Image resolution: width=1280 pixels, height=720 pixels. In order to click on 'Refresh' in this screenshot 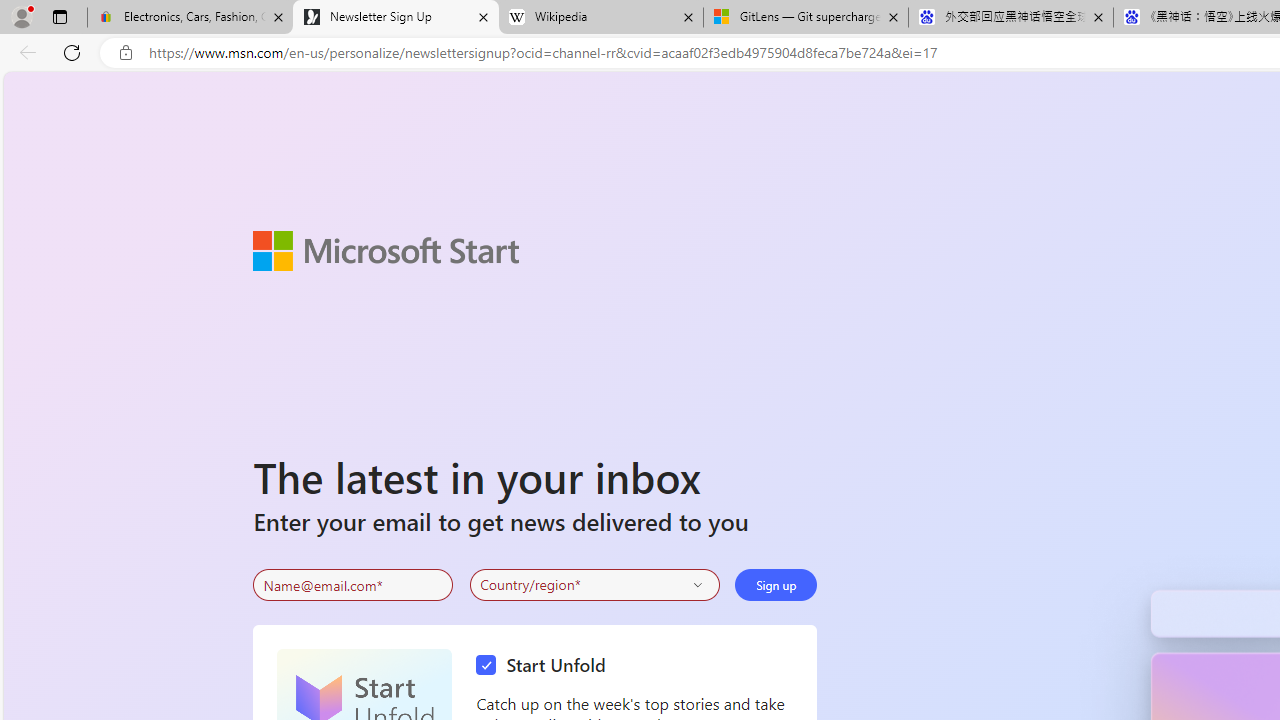, I will do `click(72, 51)`.